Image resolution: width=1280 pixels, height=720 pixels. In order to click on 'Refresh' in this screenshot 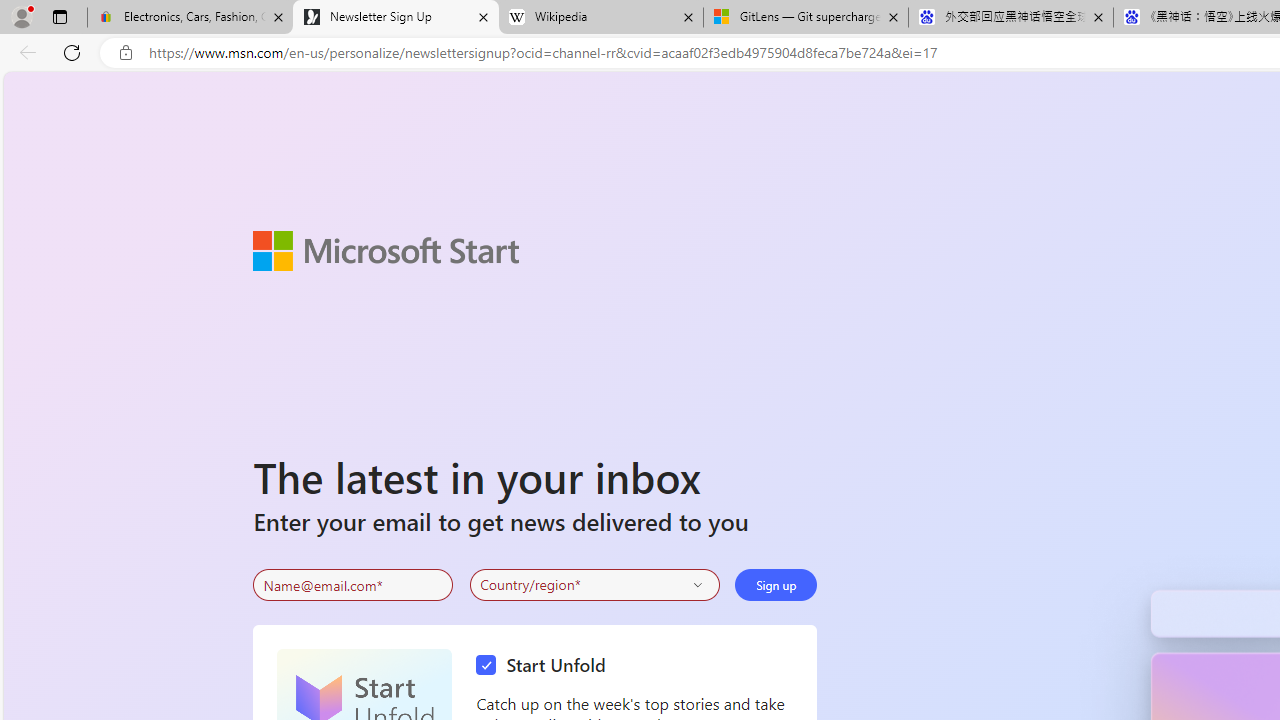, I will do `click(72, 51)`.